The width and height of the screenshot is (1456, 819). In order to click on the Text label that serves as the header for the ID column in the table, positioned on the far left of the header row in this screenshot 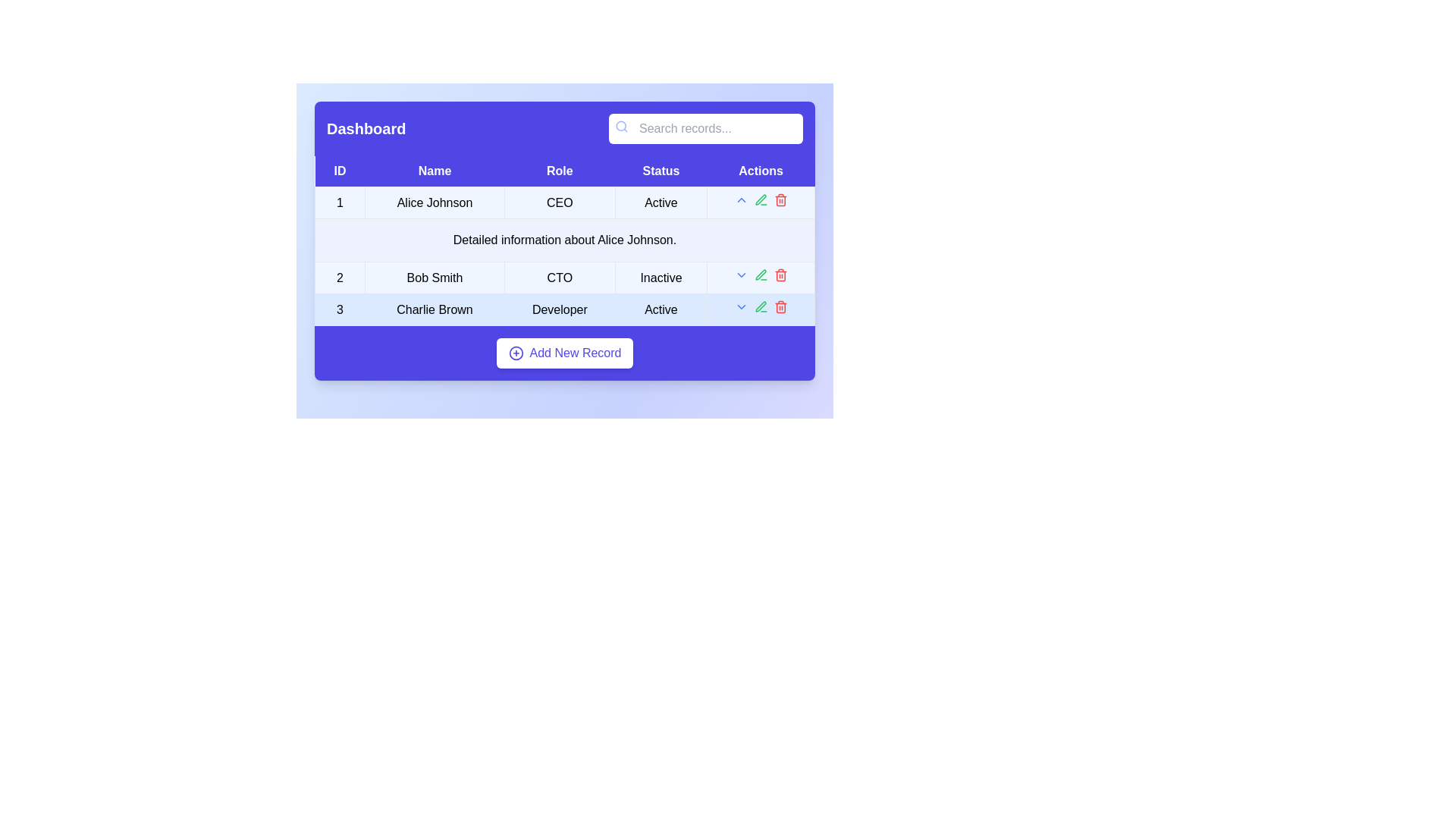, I will do `click(339, 171)`.